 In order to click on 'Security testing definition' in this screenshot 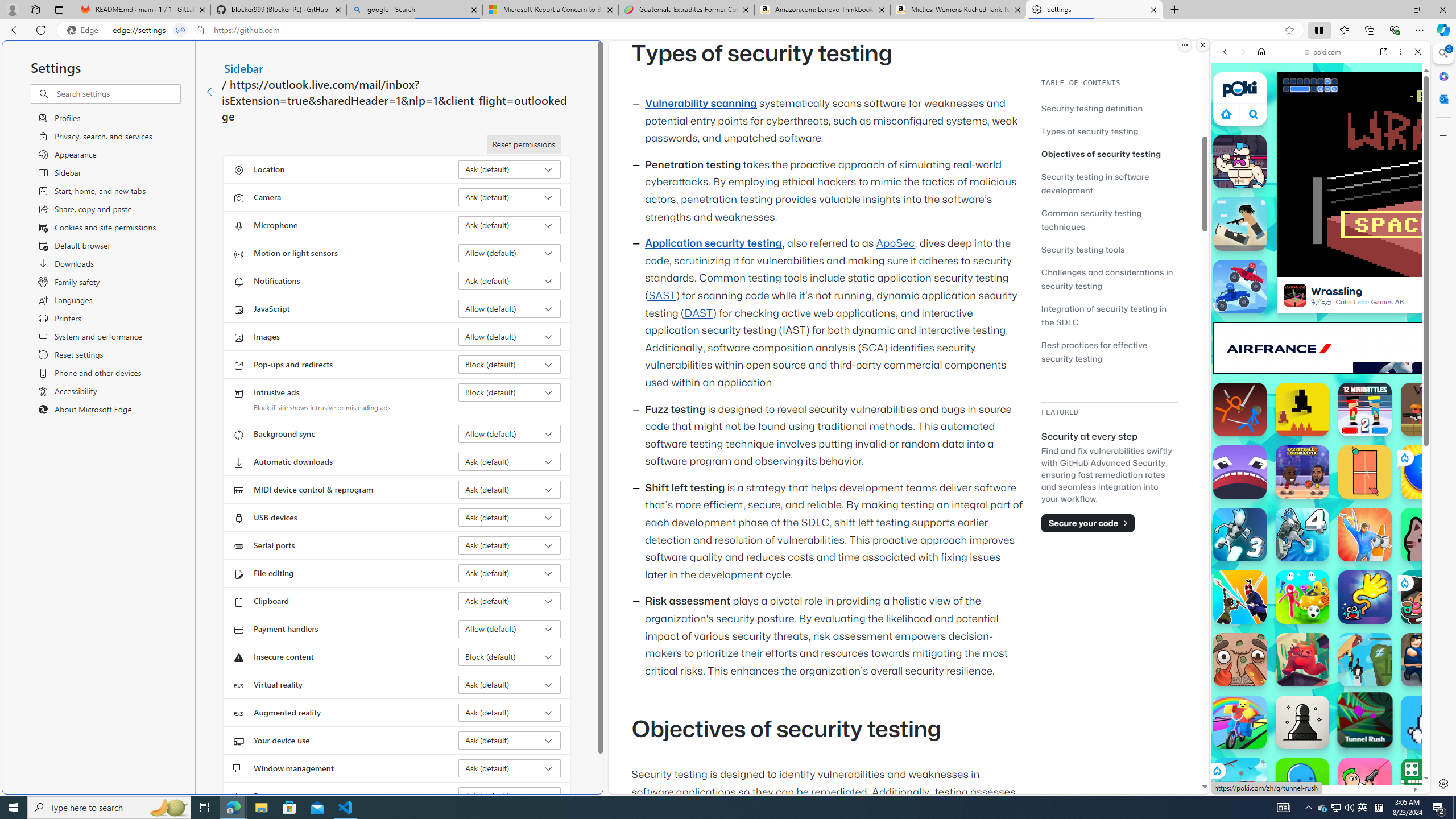, I will do `click(1092, 107)`.